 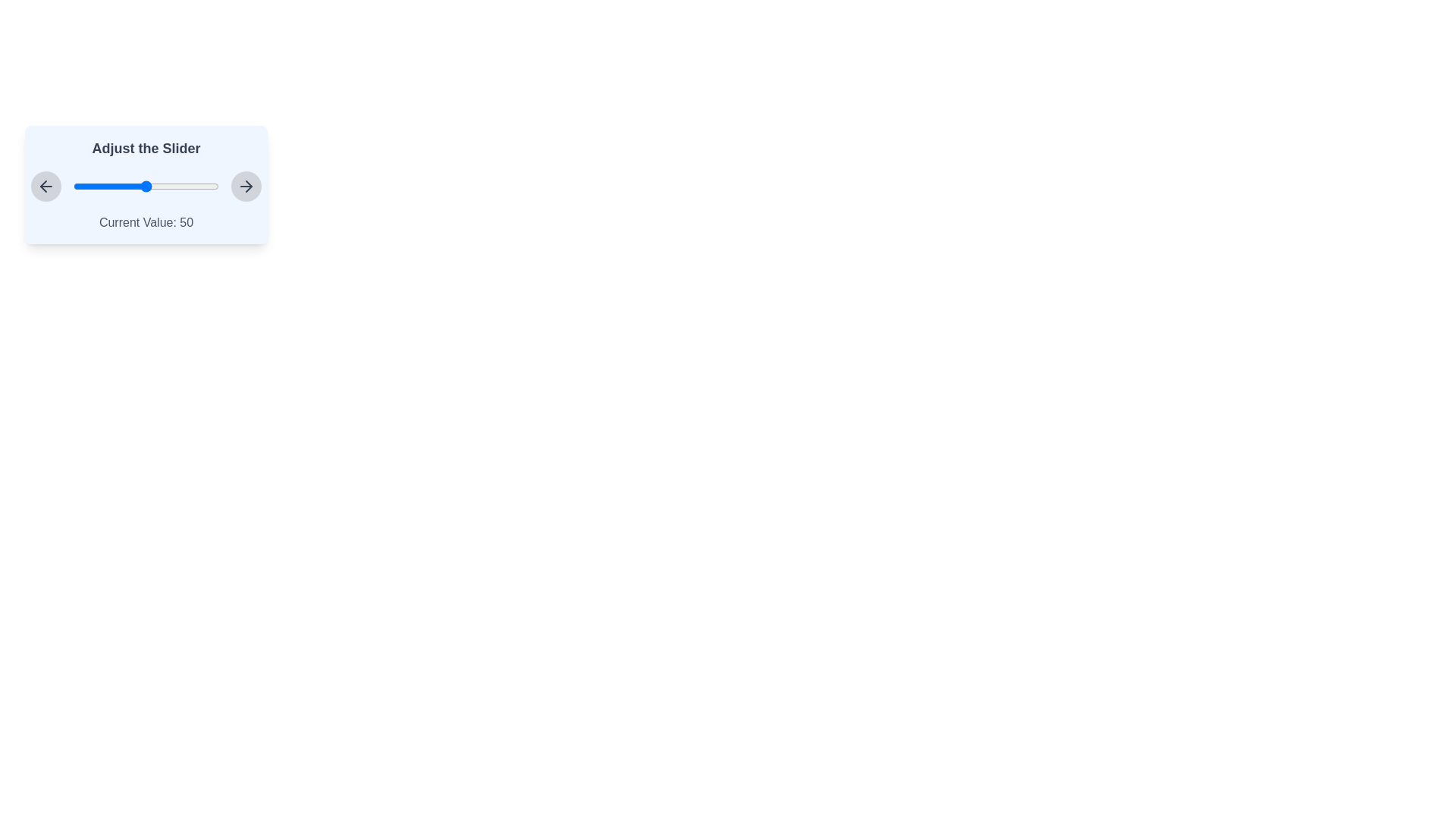 What do you see at coordinates (142, 186) in the screenshot?
I see `the slider` at bounding box center [142, 186].